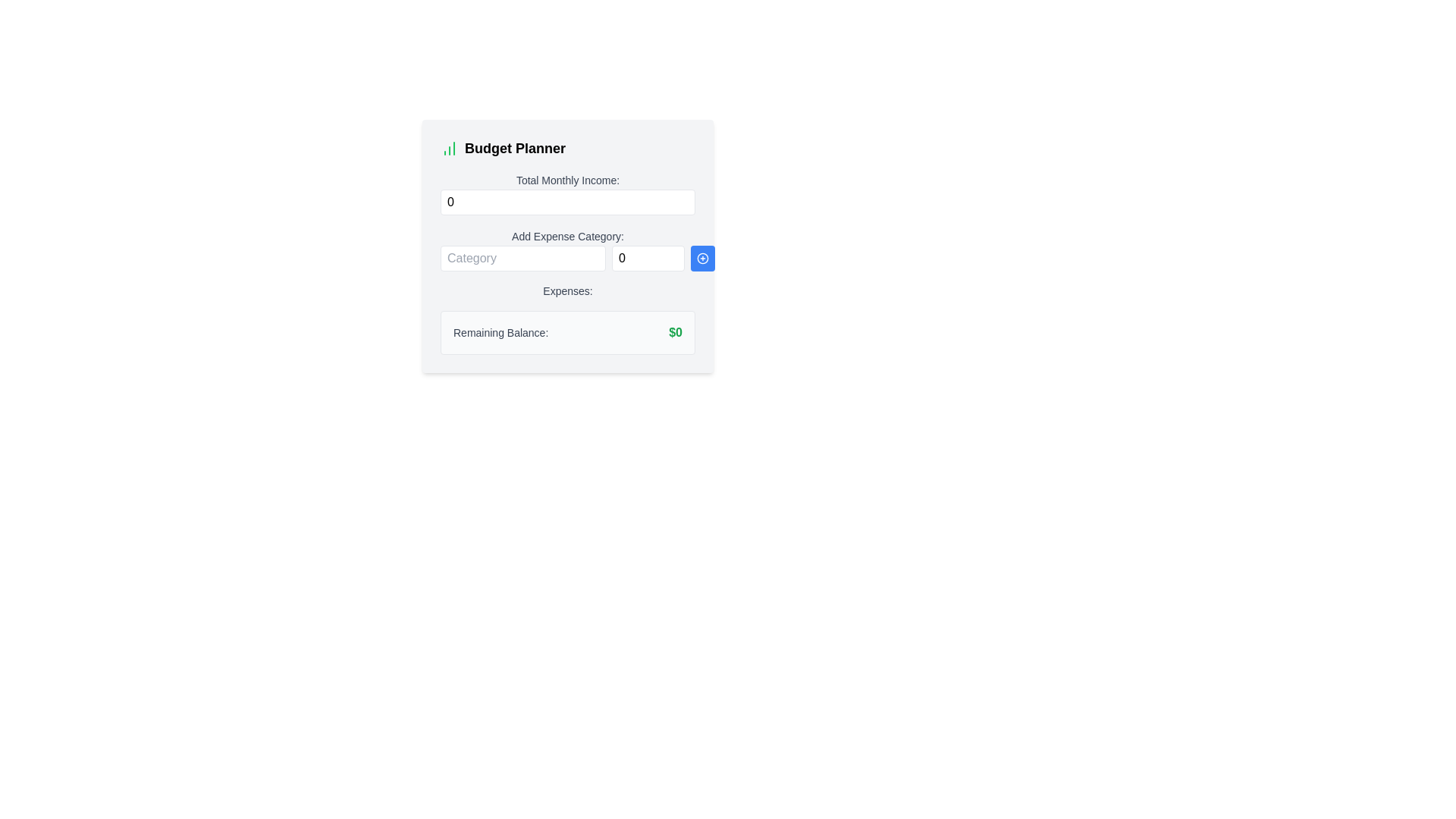  Describe the element at coordinates (701, 257) in the screenshot. I see `the circular part of the 'plus' icon located on the right-hand side of the interface, next to the numeric input field under the 'Add Expense Category' label` at that location.